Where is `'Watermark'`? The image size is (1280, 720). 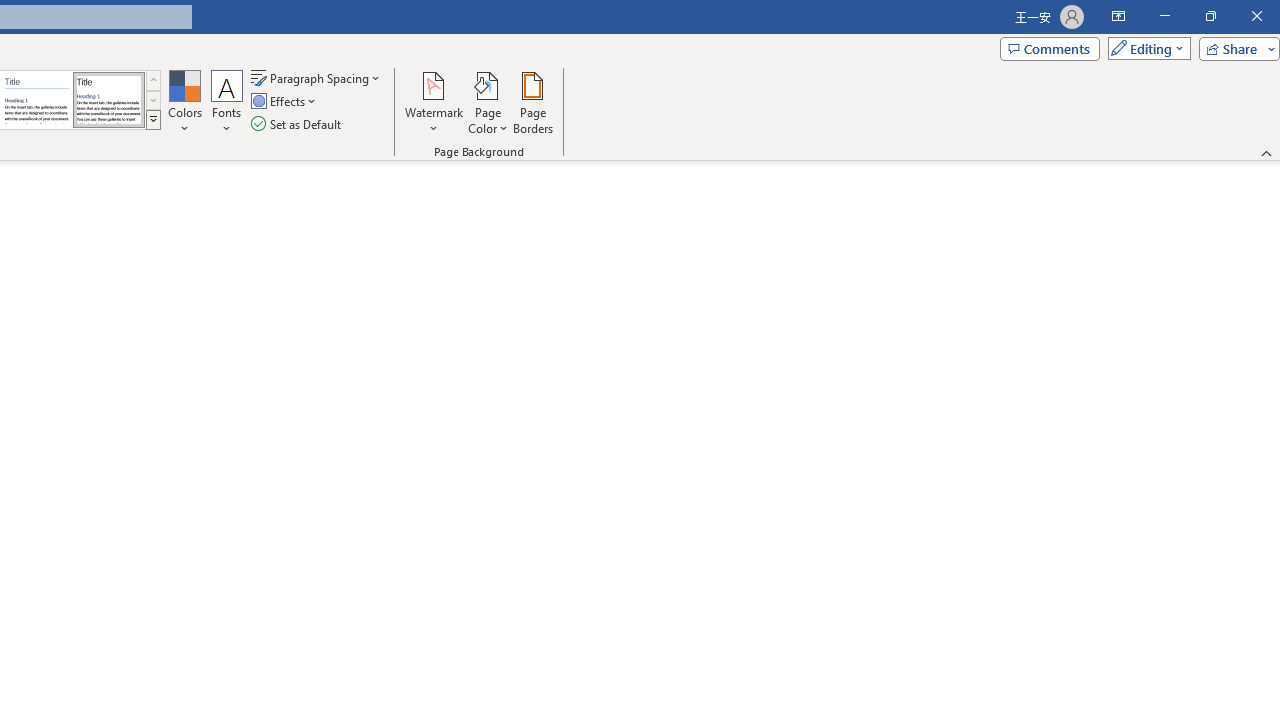 'Watermark' is located at coordinates (433, 103).